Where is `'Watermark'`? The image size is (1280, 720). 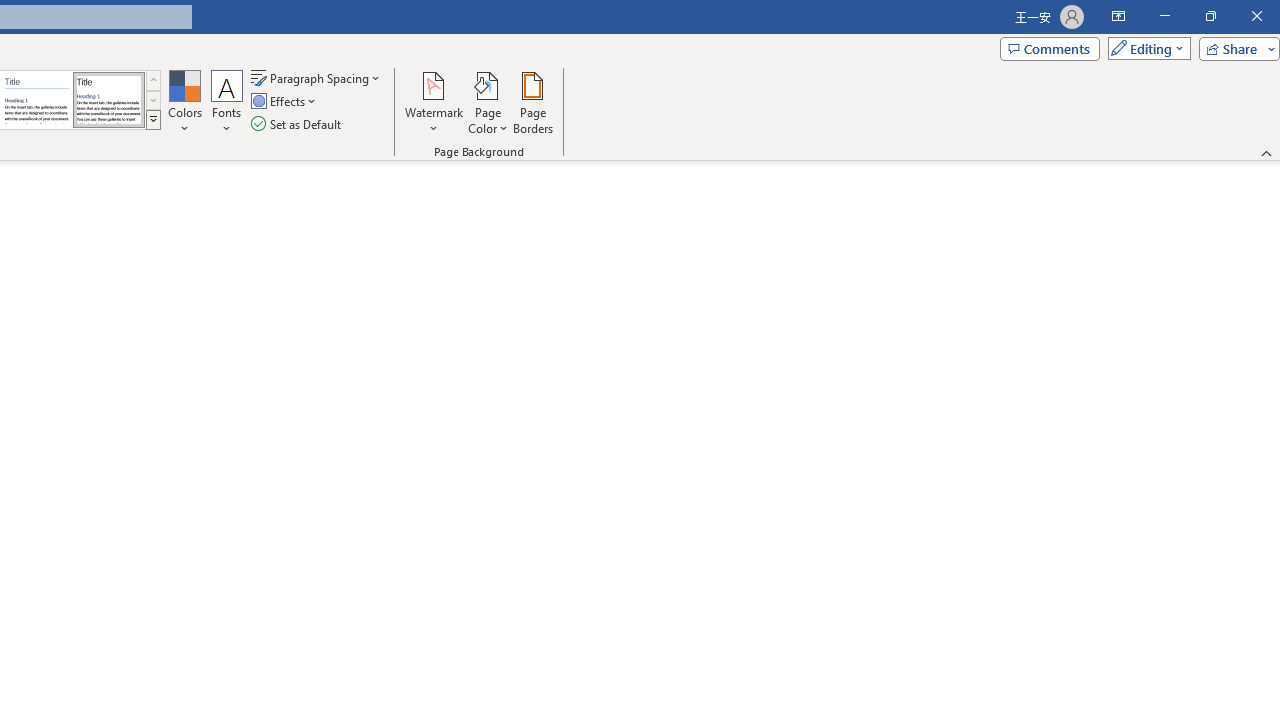 'Watermark' is located at coordinates (433, 103).